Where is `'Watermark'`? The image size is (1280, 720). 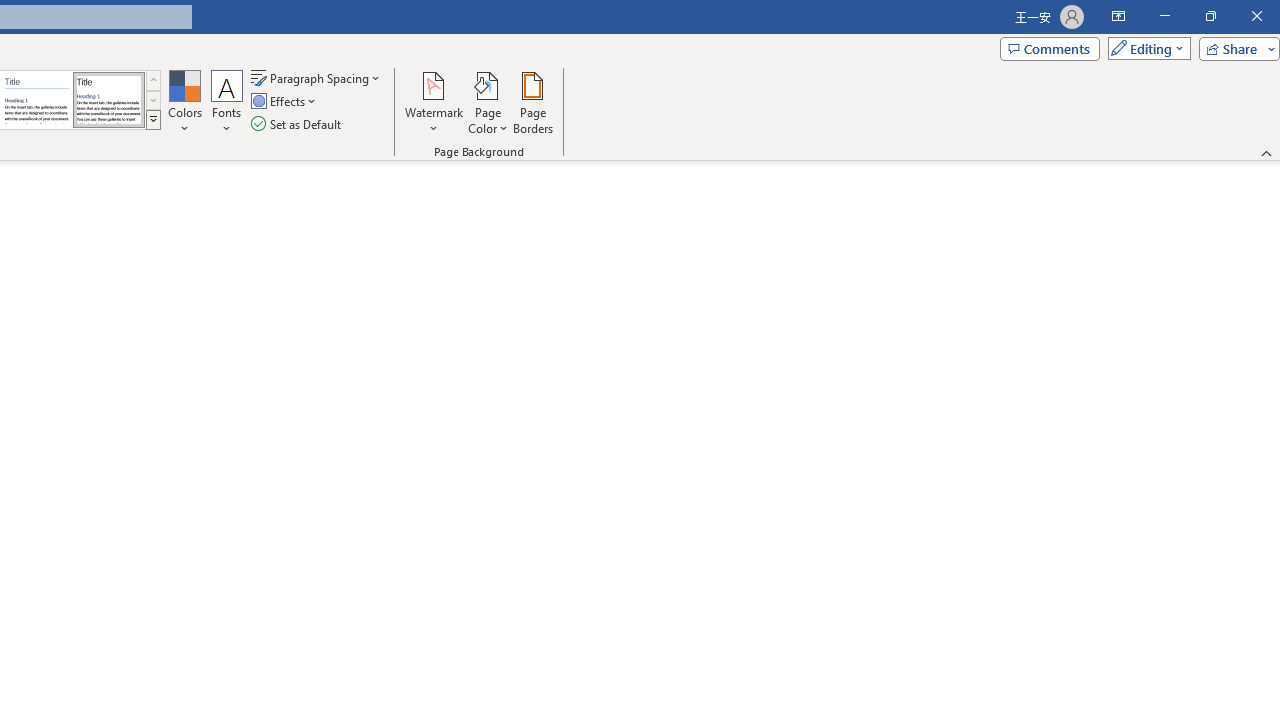 'Watermark' is located at coordinates (433, 103).